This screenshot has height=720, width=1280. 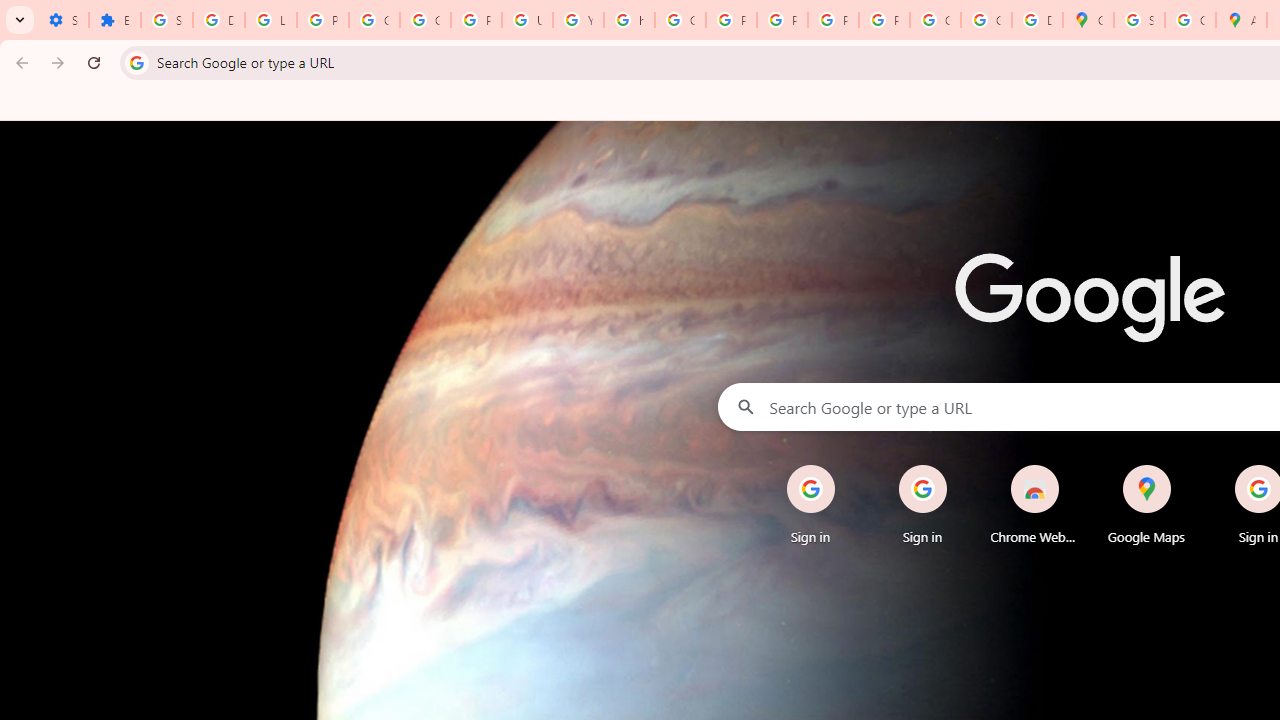 What do you see at coordinates (577, 20) in the screenshot?
I see `'YouTube'` at bounding box center [577, 20].